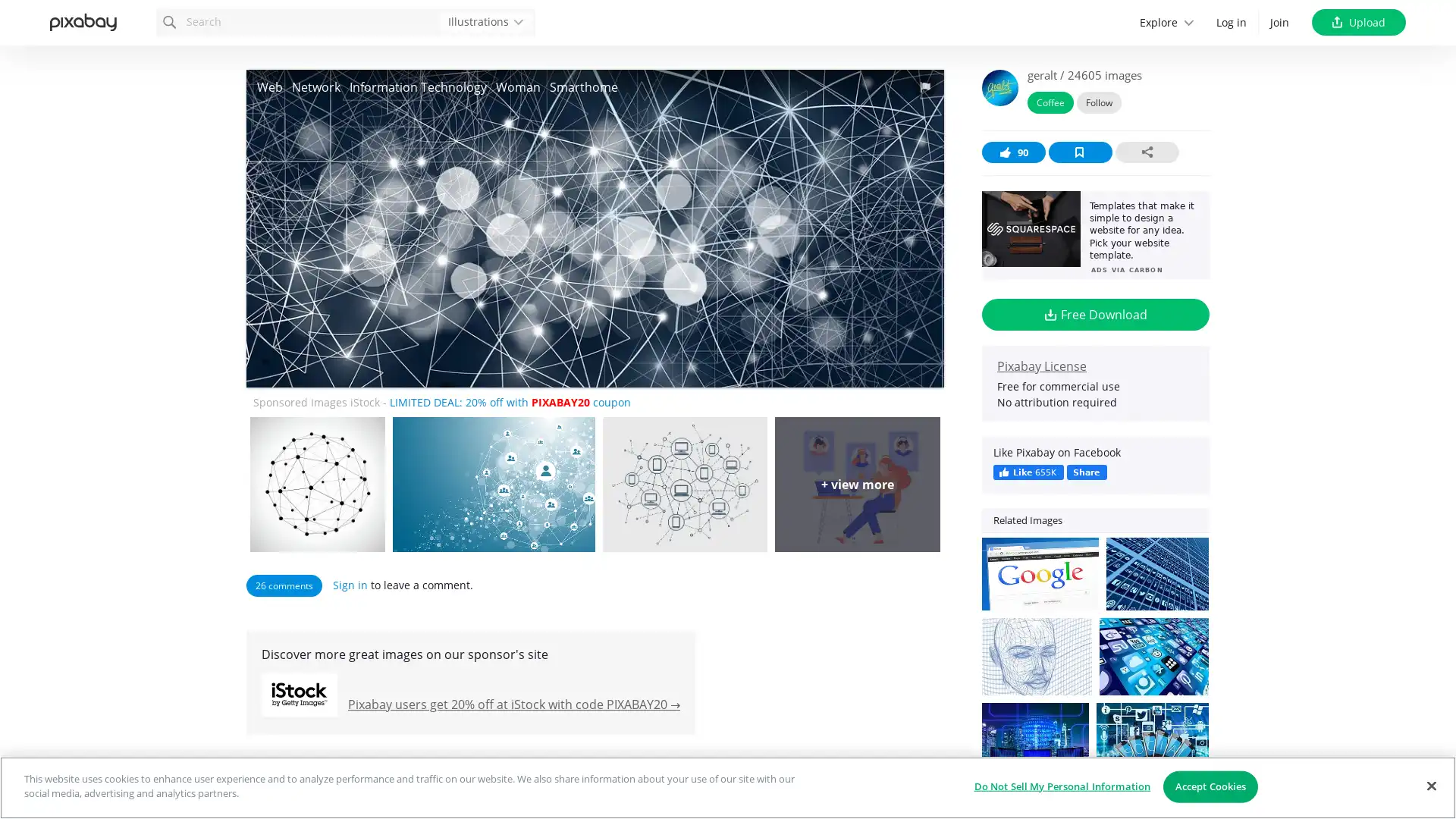  I want to click on Do Not Sell My Personal Information, so click(1061, 786).